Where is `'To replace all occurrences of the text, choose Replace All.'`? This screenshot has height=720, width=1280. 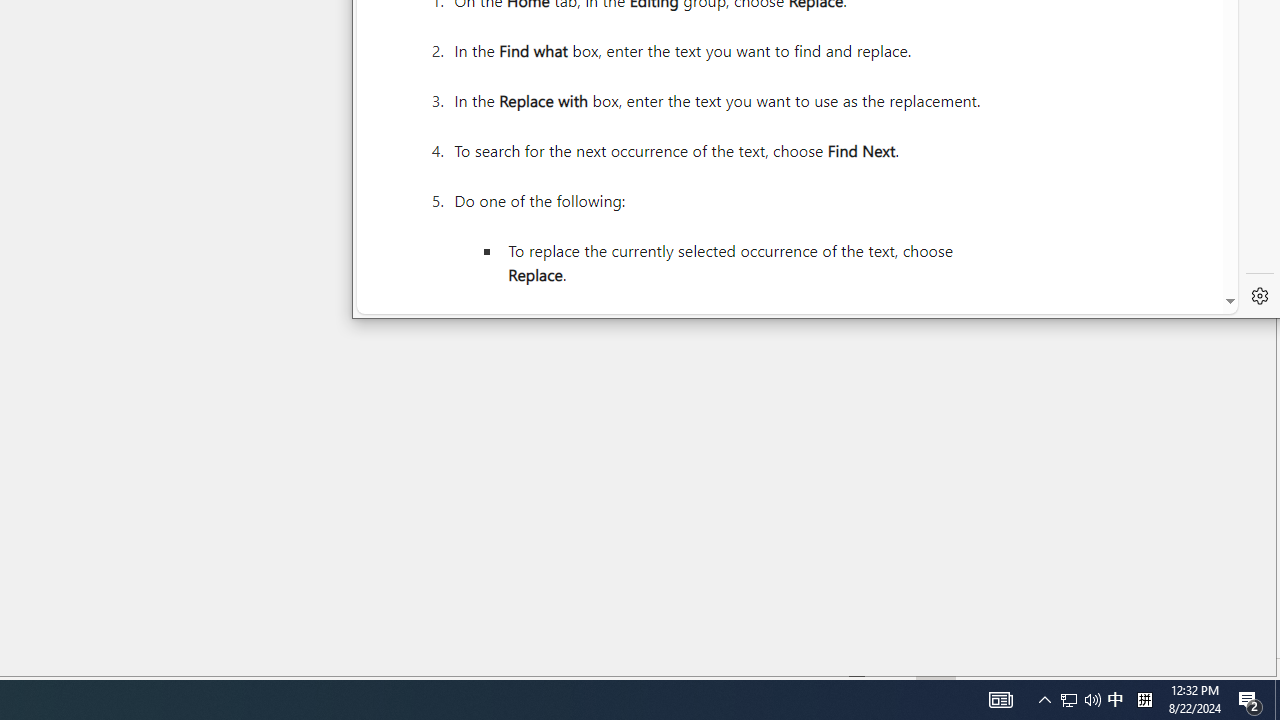
'To replace all occurrences of the text, choose Replace All.' is located at coordinates (742, 324).